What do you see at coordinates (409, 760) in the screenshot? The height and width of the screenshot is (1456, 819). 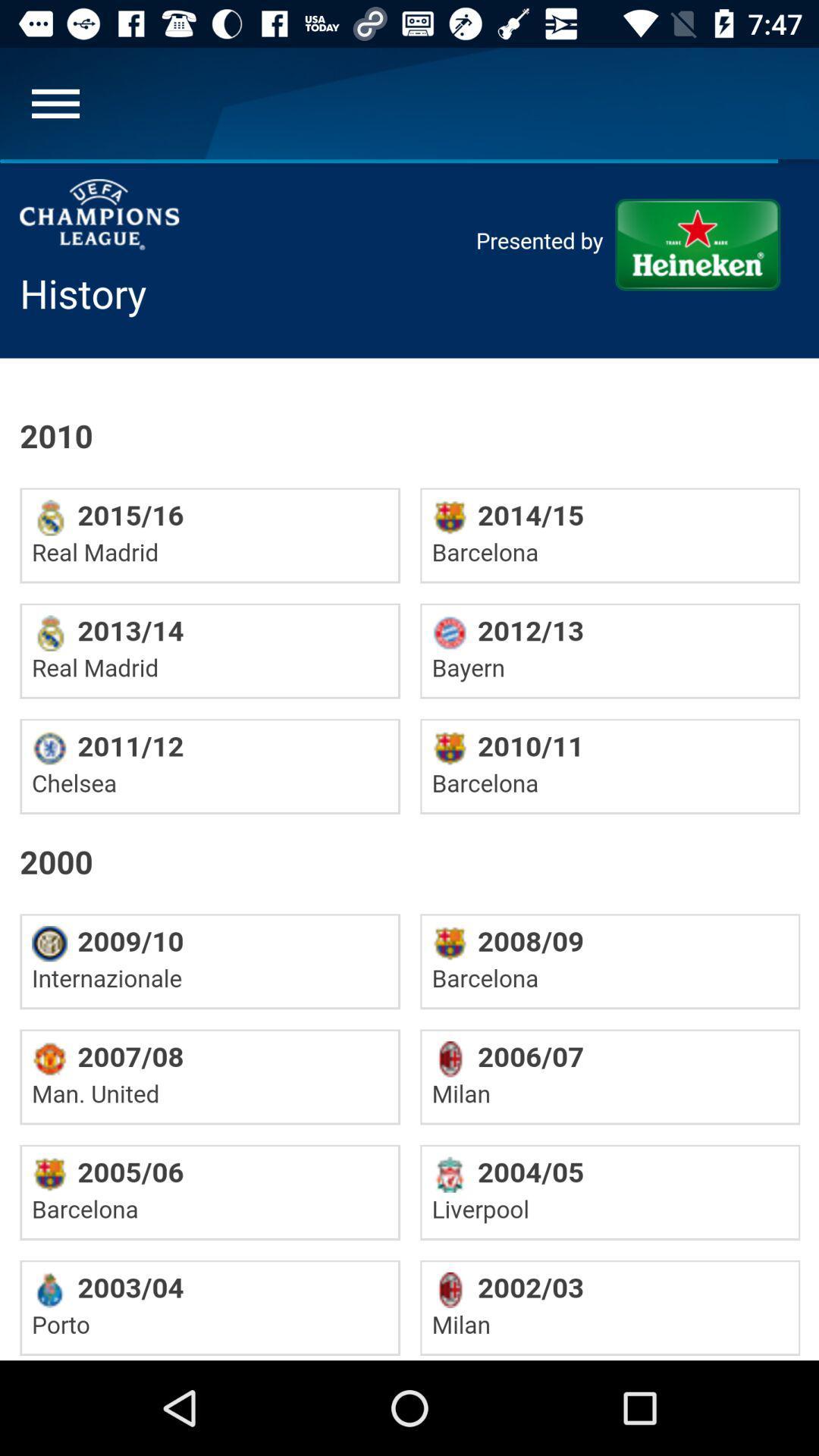 I see `color page` at bounding box center [409, 760].